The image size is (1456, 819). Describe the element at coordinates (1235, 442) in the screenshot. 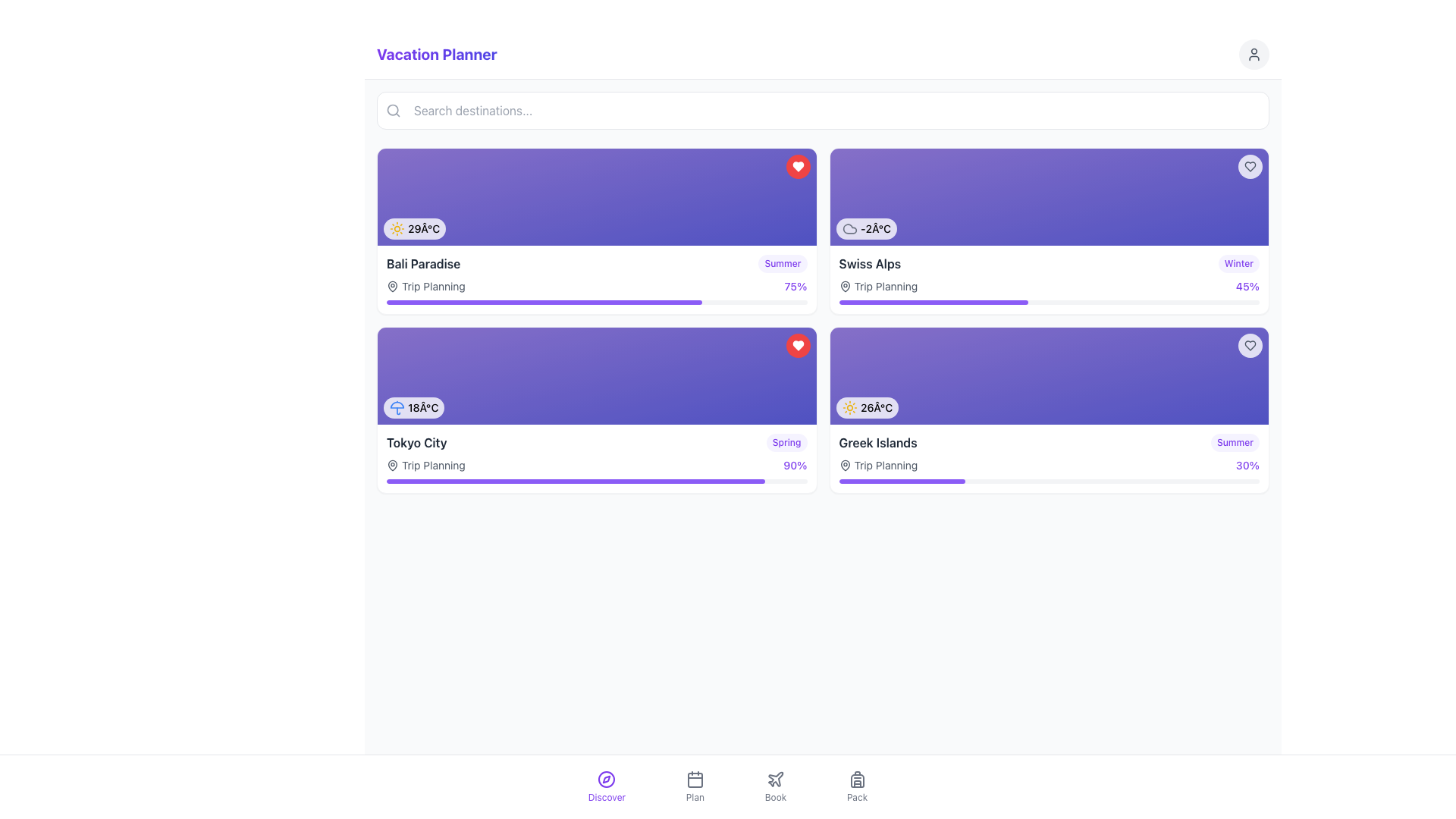

I see `textual information from the label positioned in the top-right corner of the 'Greek Islands' card, which indicates the season or category associated with the card's content` at that location.